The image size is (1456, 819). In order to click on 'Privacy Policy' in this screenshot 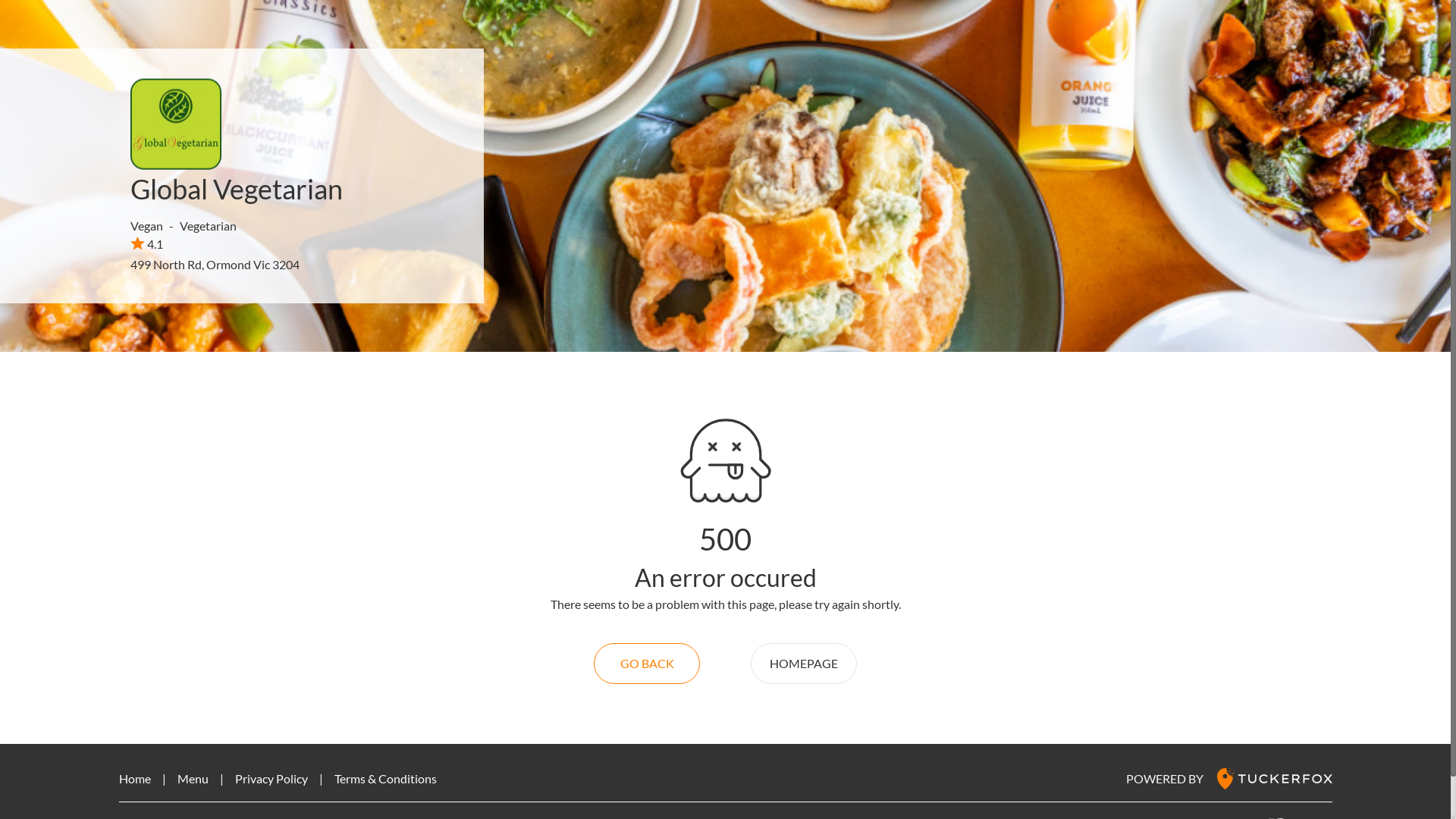, I will do `click(271, 778)`.